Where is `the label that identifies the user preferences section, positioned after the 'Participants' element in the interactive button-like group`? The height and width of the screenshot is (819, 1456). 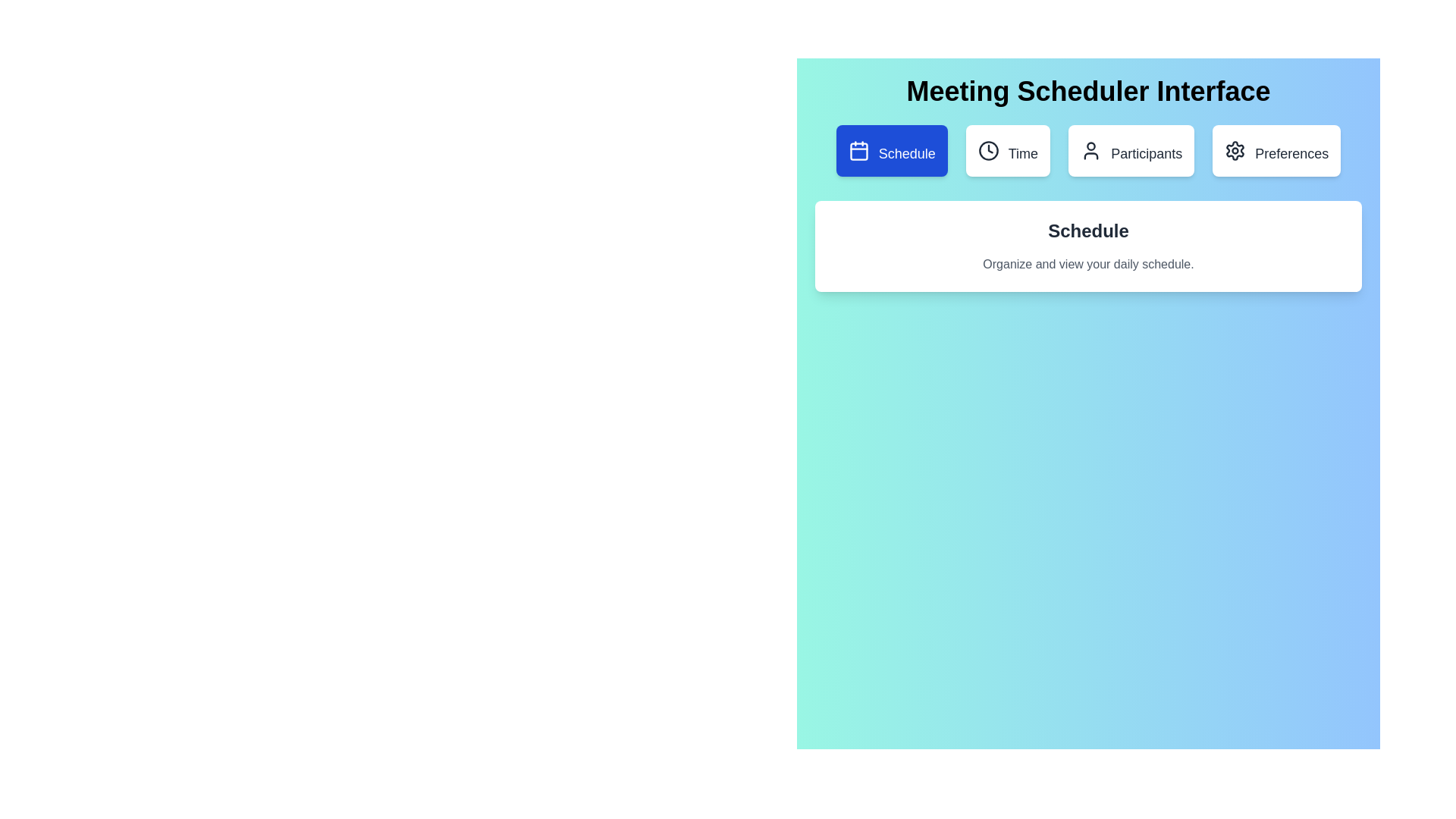 the label that identifies the user preferences section, positioned after the 'Participants' element in the interactive button-like group is located at coordinates (1291, 154).